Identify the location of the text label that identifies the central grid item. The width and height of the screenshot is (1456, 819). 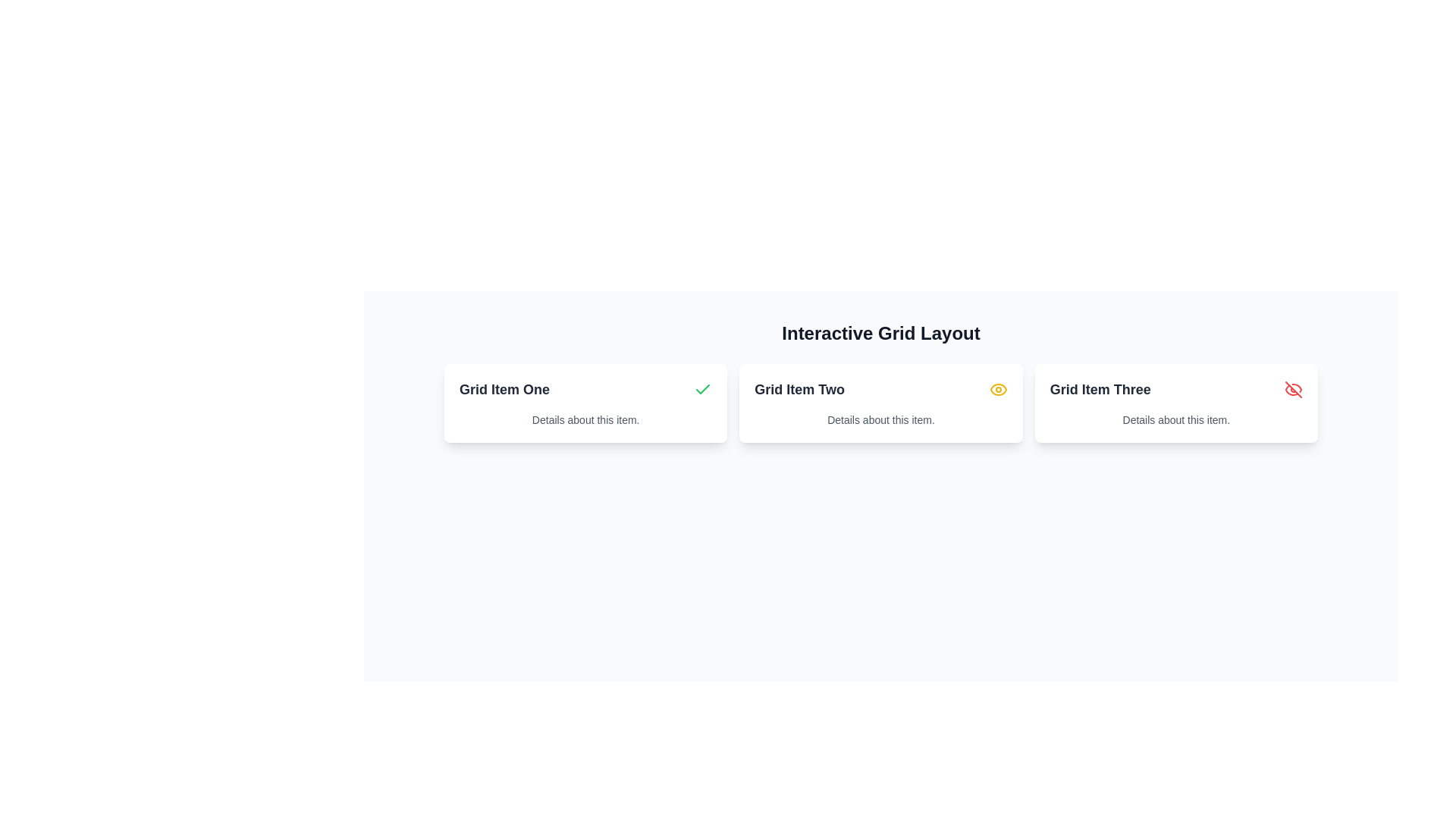
(799, 388).